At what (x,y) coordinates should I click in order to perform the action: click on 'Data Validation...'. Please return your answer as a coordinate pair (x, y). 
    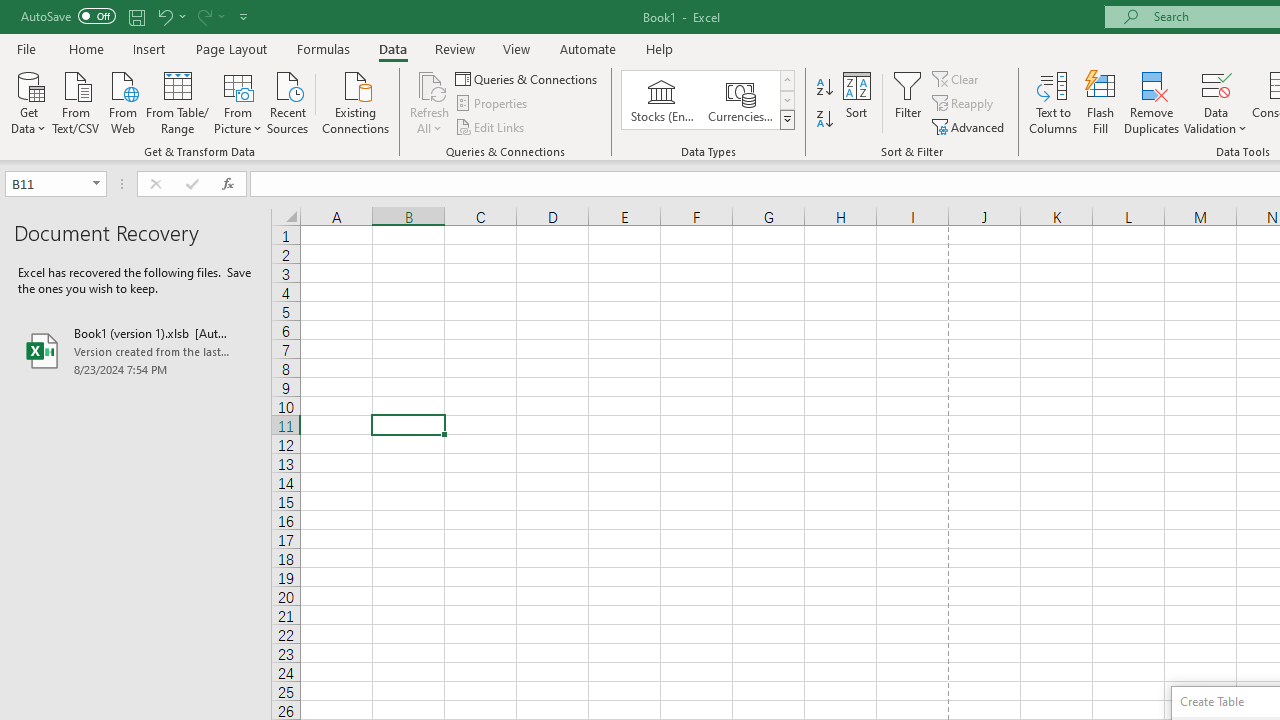
    Looking at the image, I should click on (1215, 103).